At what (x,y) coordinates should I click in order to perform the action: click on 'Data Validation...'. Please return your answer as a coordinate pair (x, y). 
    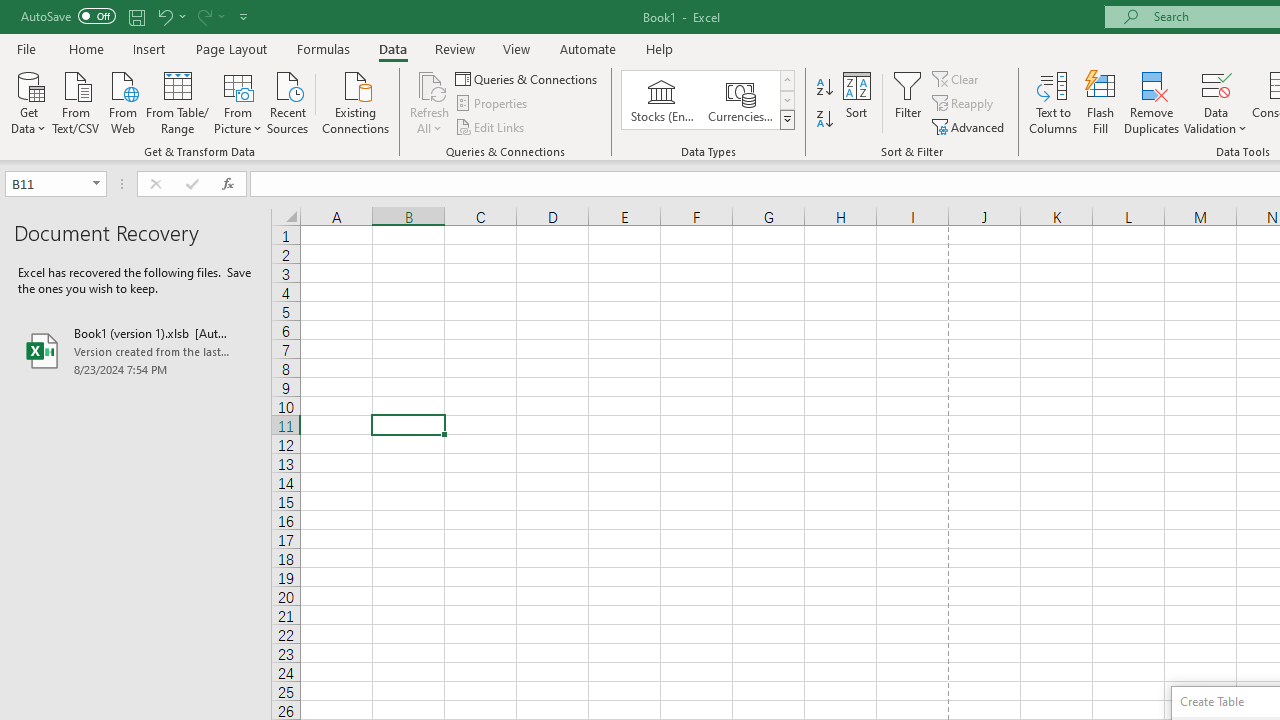
    Looking at the image, I should click on (1215, 103).